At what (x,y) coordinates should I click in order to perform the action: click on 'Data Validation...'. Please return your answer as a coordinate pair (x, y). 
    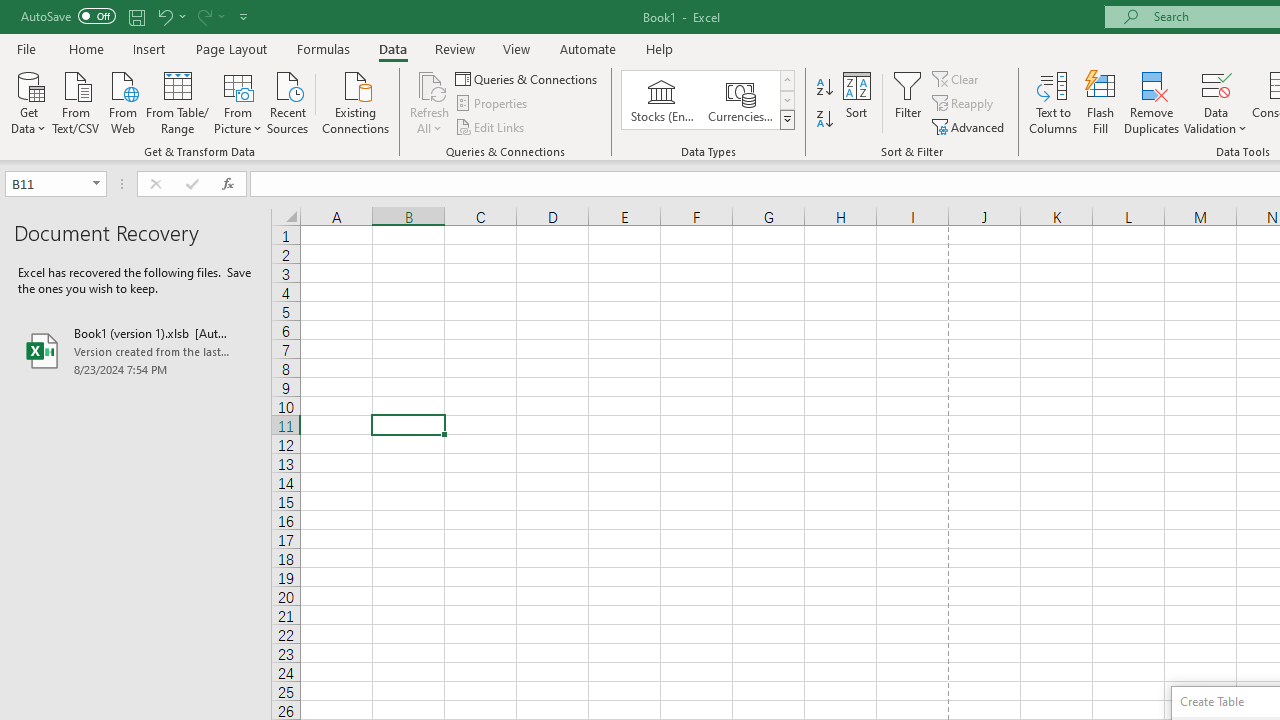
    Looking at the image, I should click on (1215, 103).